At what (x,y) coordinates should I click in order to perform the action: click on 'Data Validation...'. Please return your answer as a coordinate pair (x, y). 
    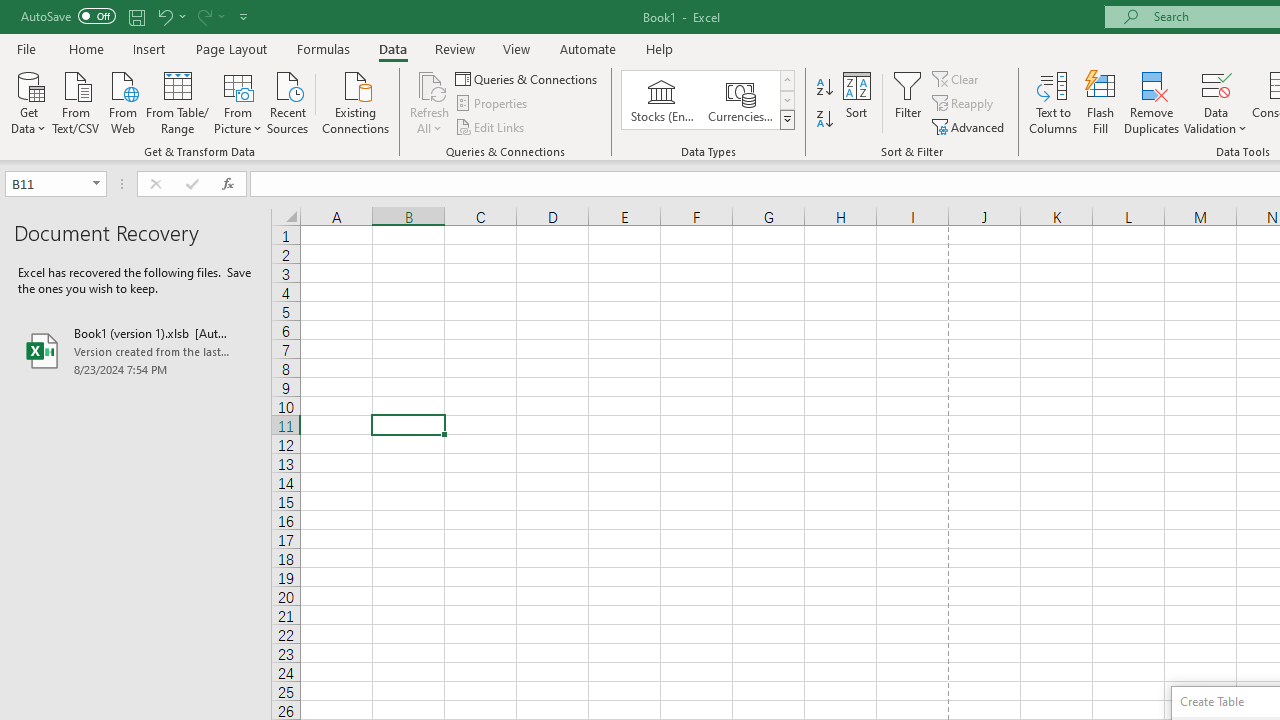
    Looking at the image, I should click on (1215, 103).